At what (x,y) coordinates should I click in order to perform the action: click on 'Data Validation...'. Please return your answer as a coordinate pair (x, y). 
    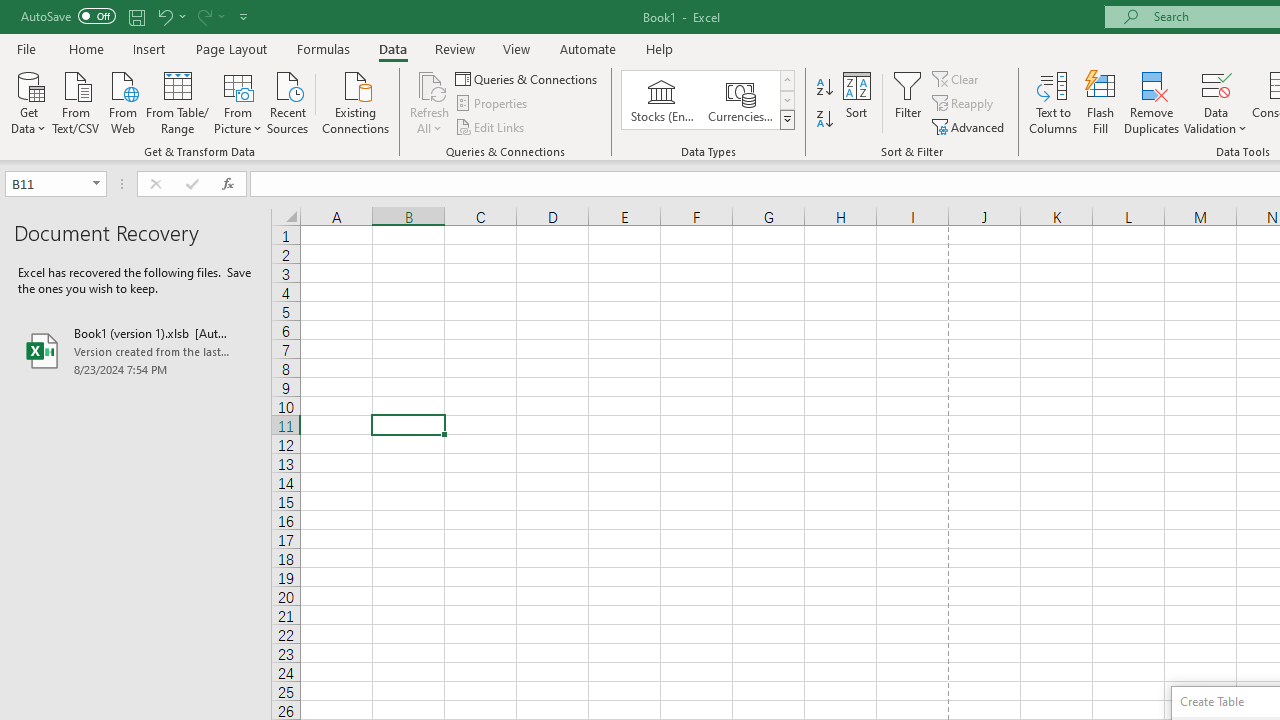
    Looking at the image, I should click on (1215, 103).